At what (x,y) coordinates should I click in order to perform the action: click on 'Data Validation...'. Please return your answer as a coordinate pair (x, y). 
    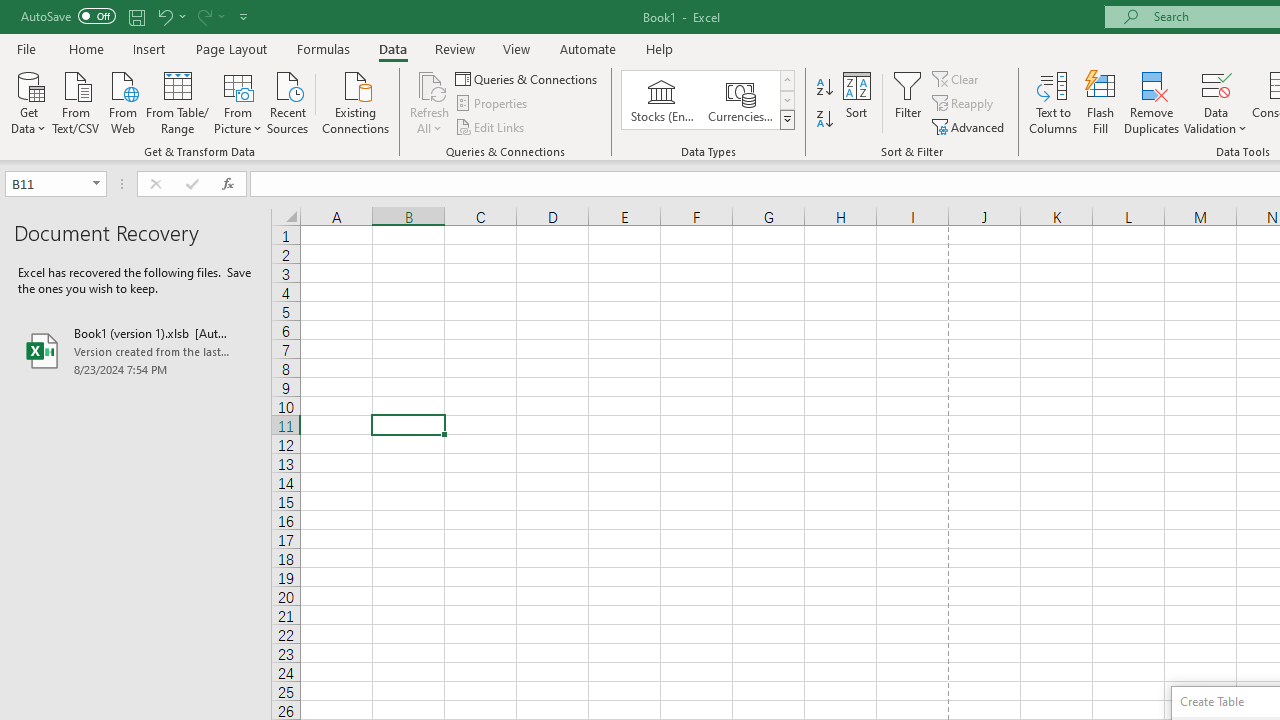
    Looking at the image, I should click on (1215, 103).